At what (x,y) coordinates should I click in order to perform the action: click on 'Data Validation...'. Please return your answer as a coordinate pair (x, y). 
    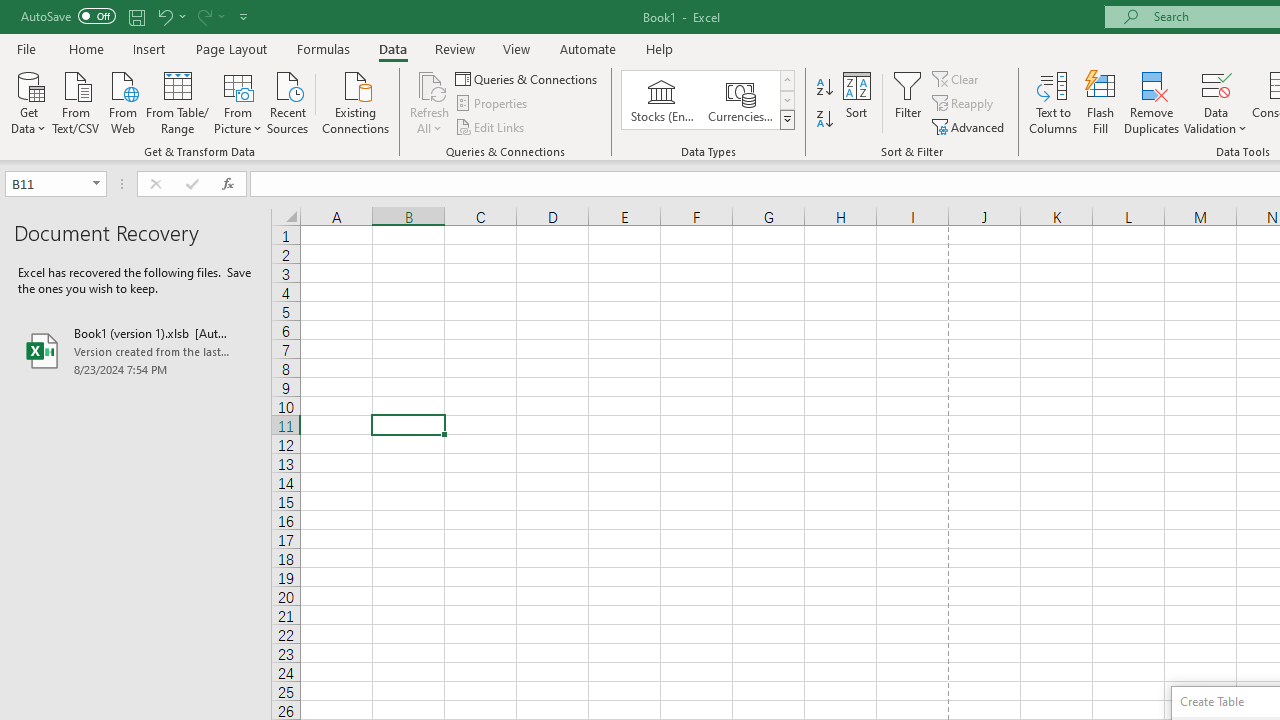
    Looking at the image, I should click on (1215, 103).